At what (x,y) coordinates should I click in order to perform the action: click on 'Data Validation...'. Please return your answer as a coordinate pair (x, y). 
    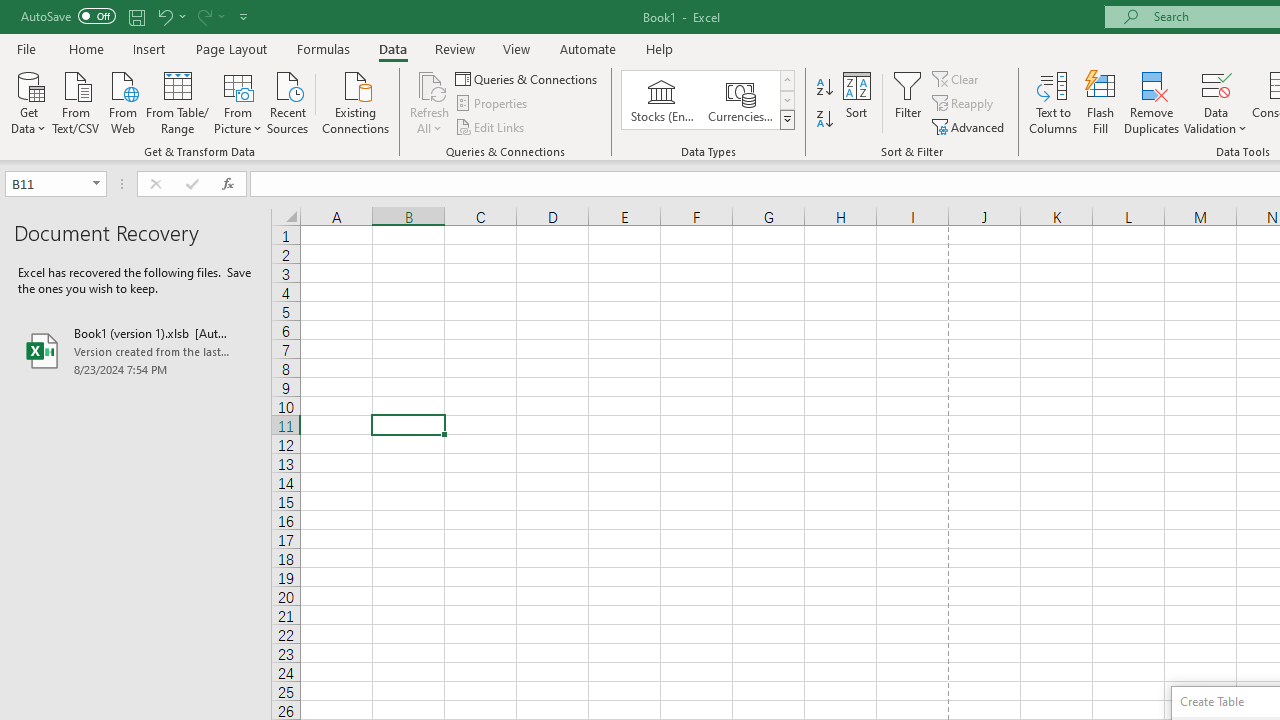
    Looking at the image, I should click on (1215, 103).